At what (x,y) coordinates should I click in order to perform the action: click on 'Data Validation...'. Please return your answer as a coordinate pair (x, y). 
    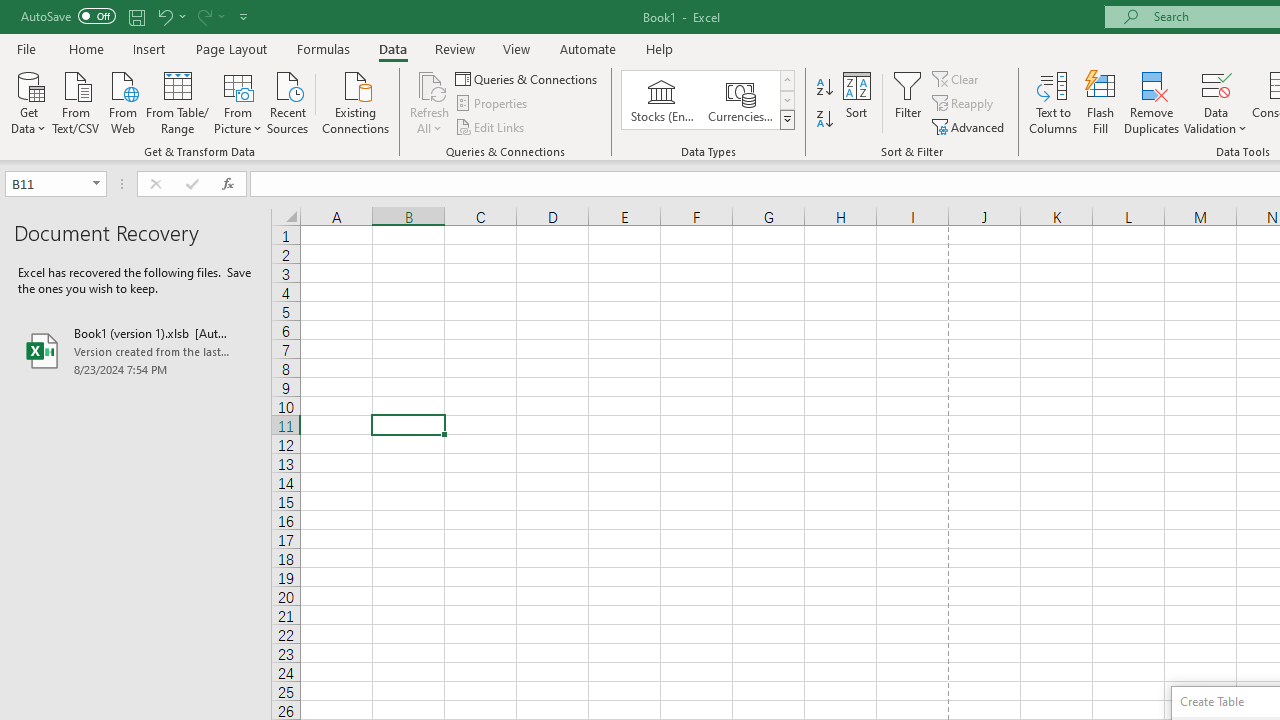
    Looking at the image, I should click on (1215, 103).